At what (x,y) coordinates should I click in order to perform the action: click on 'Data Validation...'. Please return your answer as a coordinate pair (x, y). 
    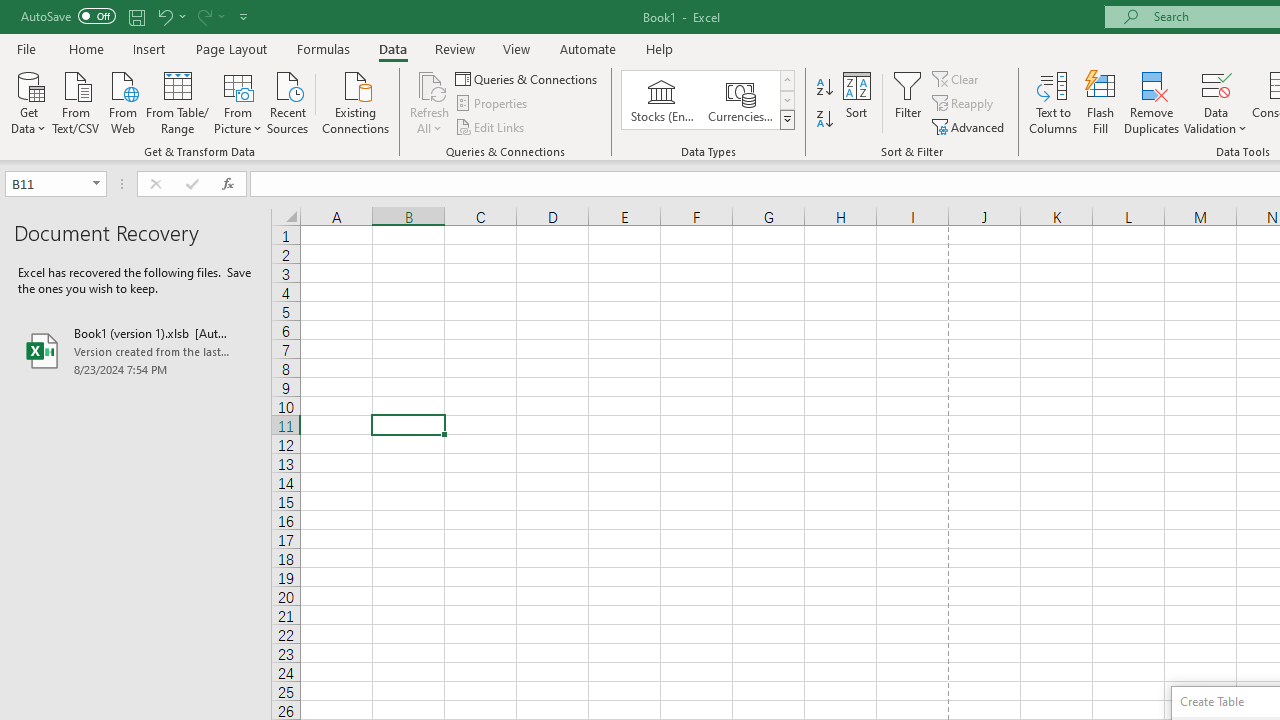
    Looking at the image, I should click on (1215, 103).